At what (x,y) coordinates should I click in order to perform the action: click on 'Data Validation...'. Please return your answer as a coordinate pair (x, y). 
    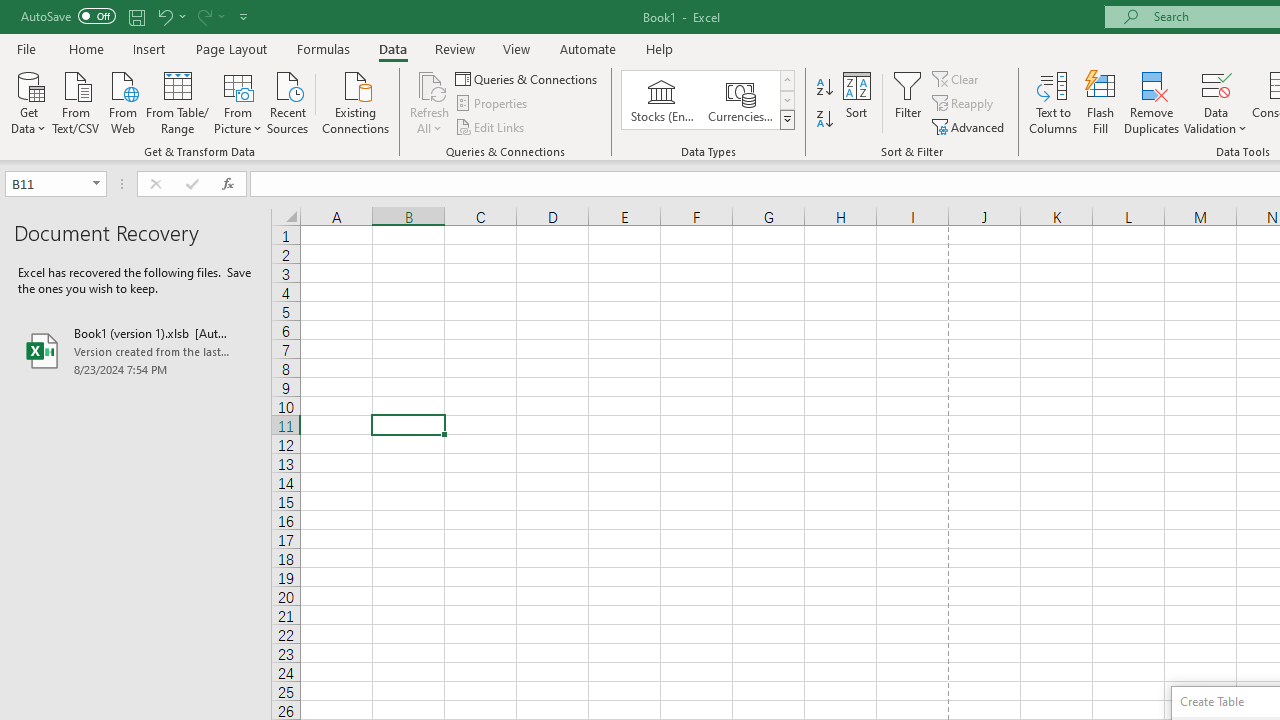
    Looking at the image, I should click on (1215, 103).